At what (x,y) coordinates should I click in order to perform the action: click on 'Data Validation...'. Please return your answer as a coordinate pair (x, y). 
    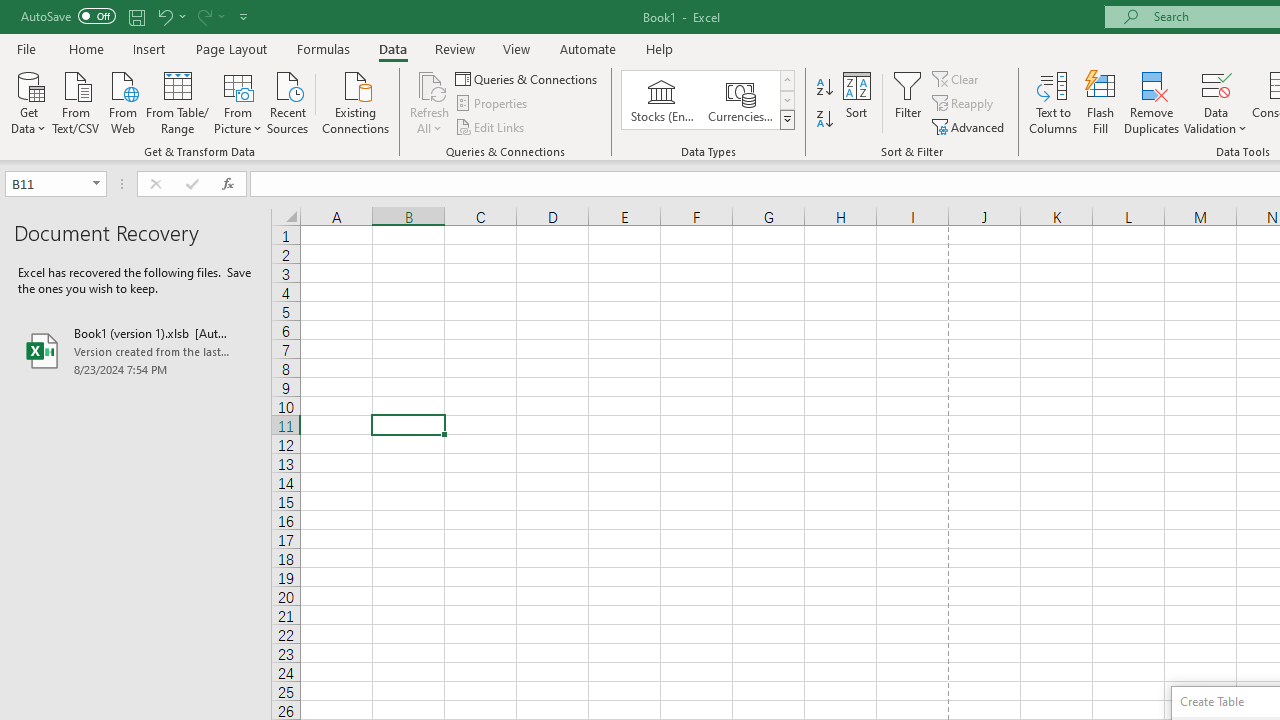
    Looking at the image, I should click on (1215, 103).